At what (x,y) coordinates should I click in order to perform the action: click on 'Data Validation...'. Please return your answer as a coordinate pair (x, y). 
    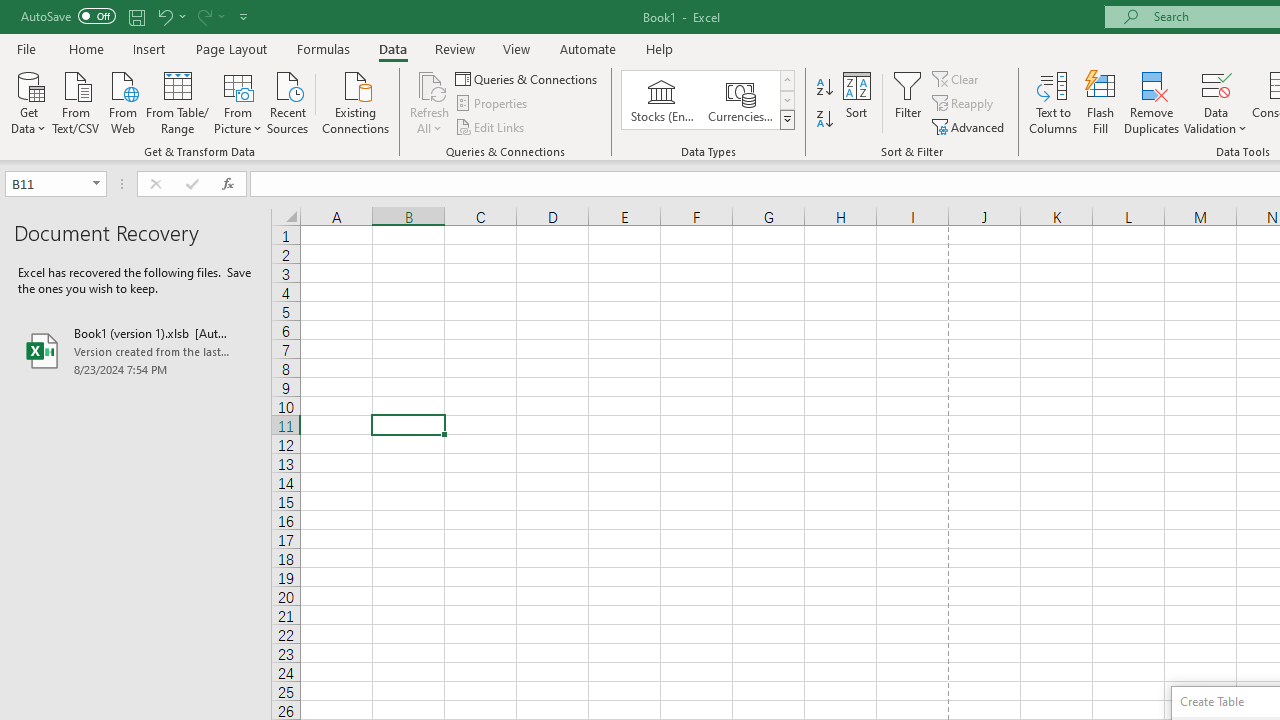
    Looking at the image, I should click on (1215, 103).